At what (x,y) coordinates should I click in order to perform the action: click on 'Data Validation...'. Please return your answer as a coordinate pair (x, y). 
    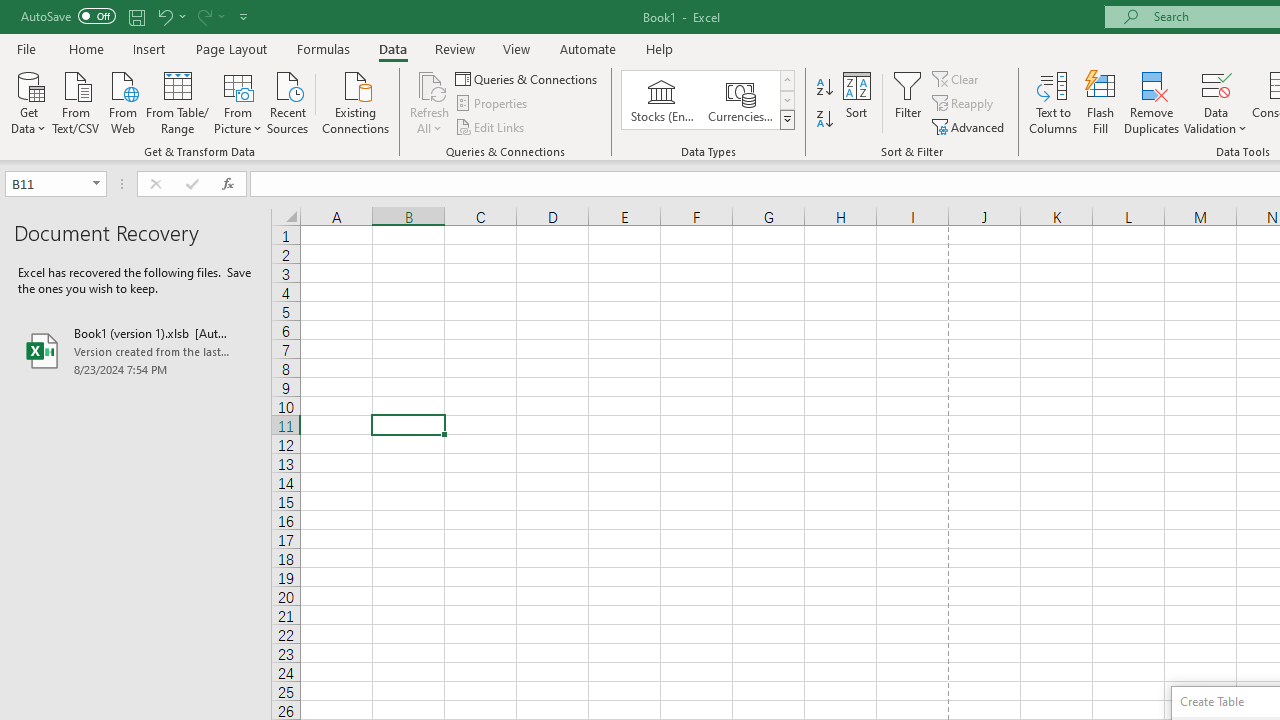
    Looking at the image, I should click on (1215, 103).